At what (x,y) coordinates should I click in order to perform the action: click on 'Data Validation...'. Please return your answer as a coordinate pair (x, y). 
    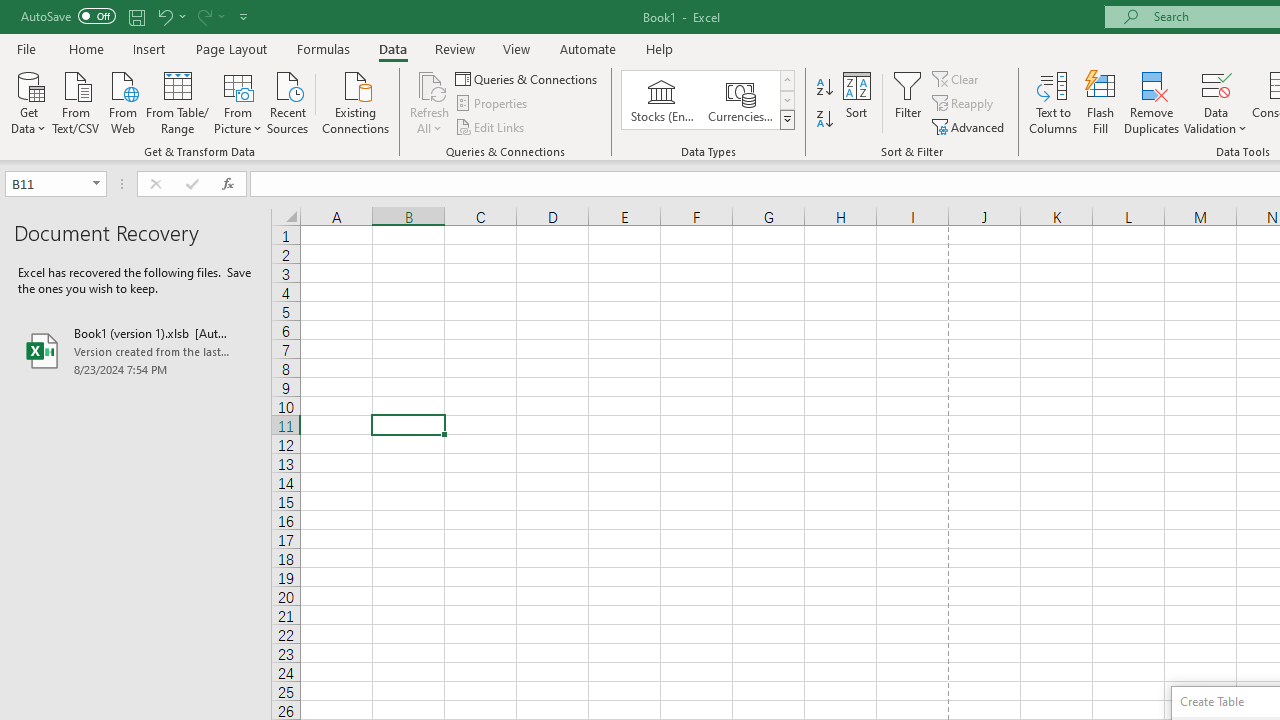
    Looking at the image, I should click on (1215, 103).